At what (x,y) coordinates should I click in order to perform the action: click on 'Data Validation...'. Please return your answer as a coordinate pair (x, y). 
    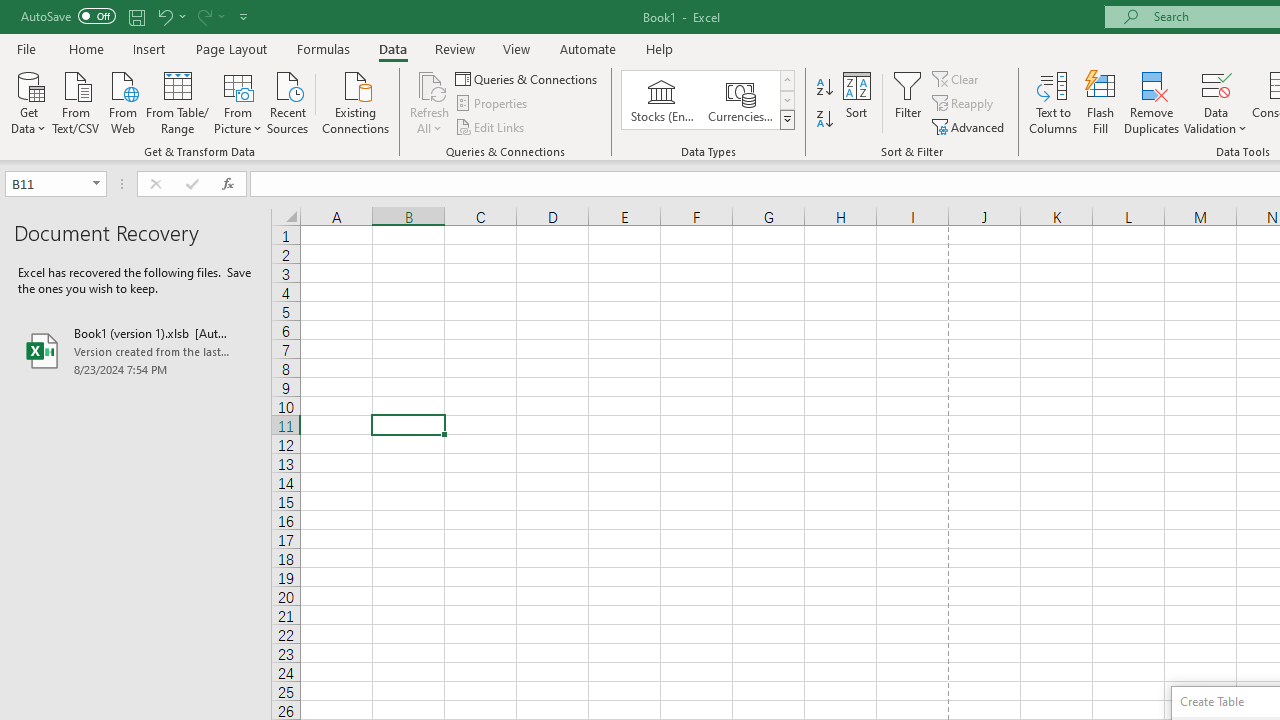
    Looking at the image, I should click on (1215, 103).